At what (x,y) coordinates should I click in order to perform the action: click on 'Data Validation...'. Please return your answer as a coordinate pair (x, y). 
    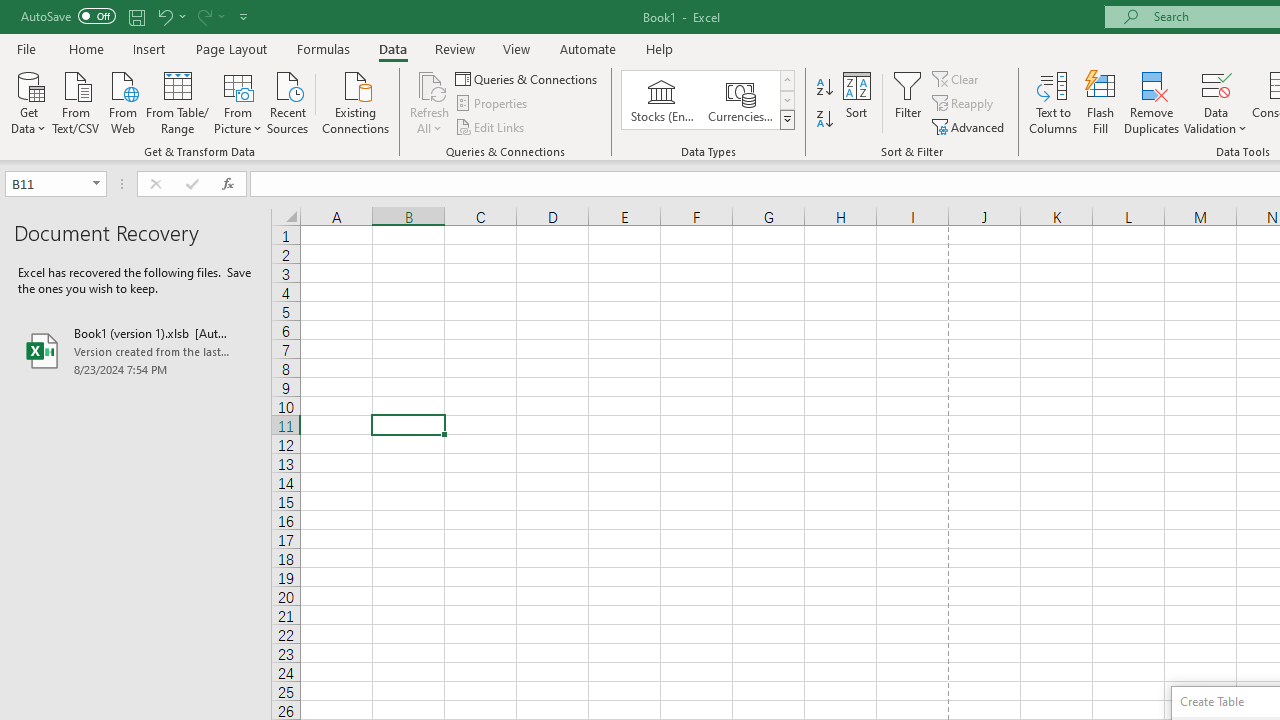
    Looking at the image, I should click on (1215, 103).